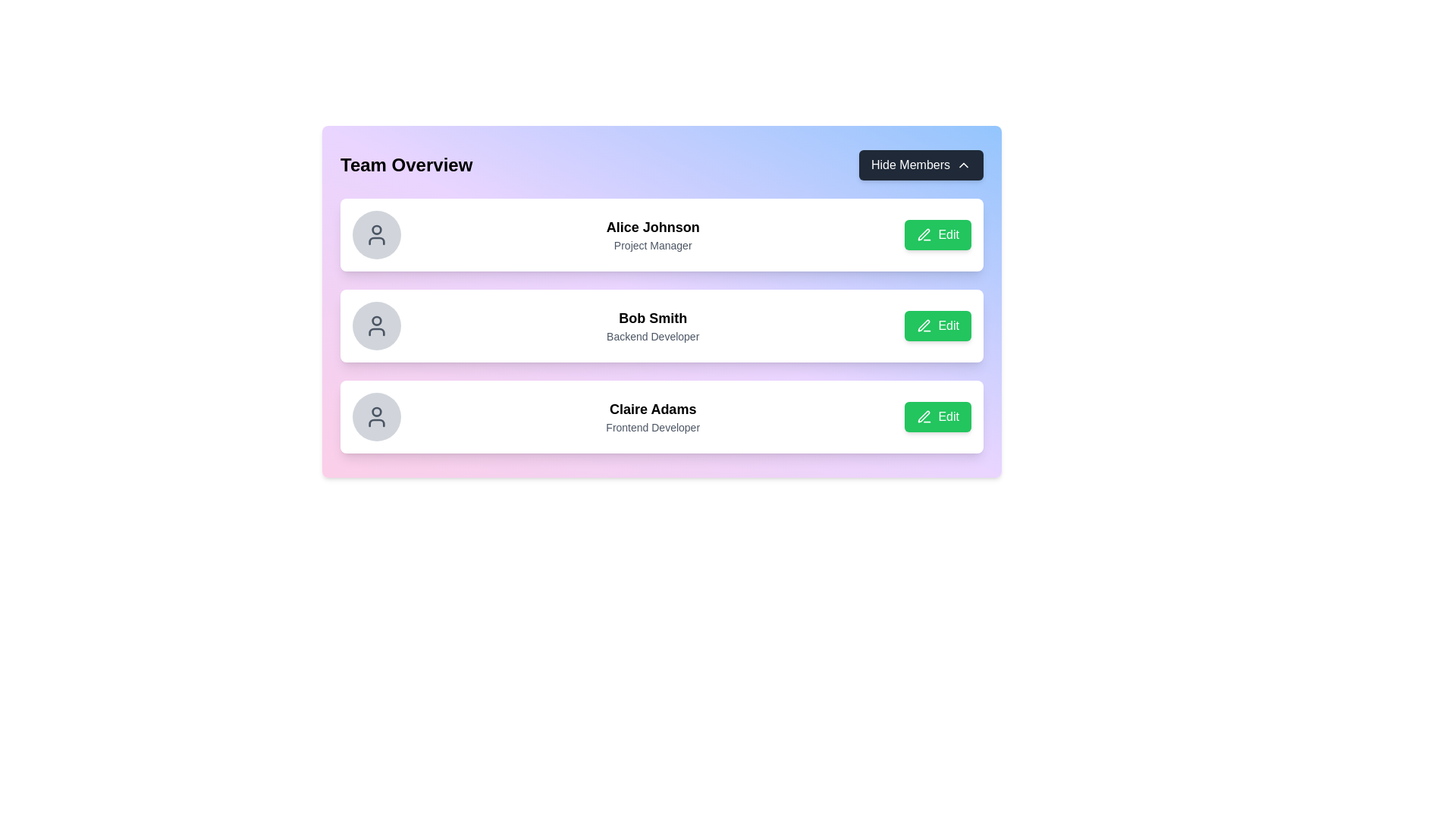 This screenshot has width=1456, height=819. I want to click on the 'Edit' text on the green button with rounded corners, so click(948, 234).